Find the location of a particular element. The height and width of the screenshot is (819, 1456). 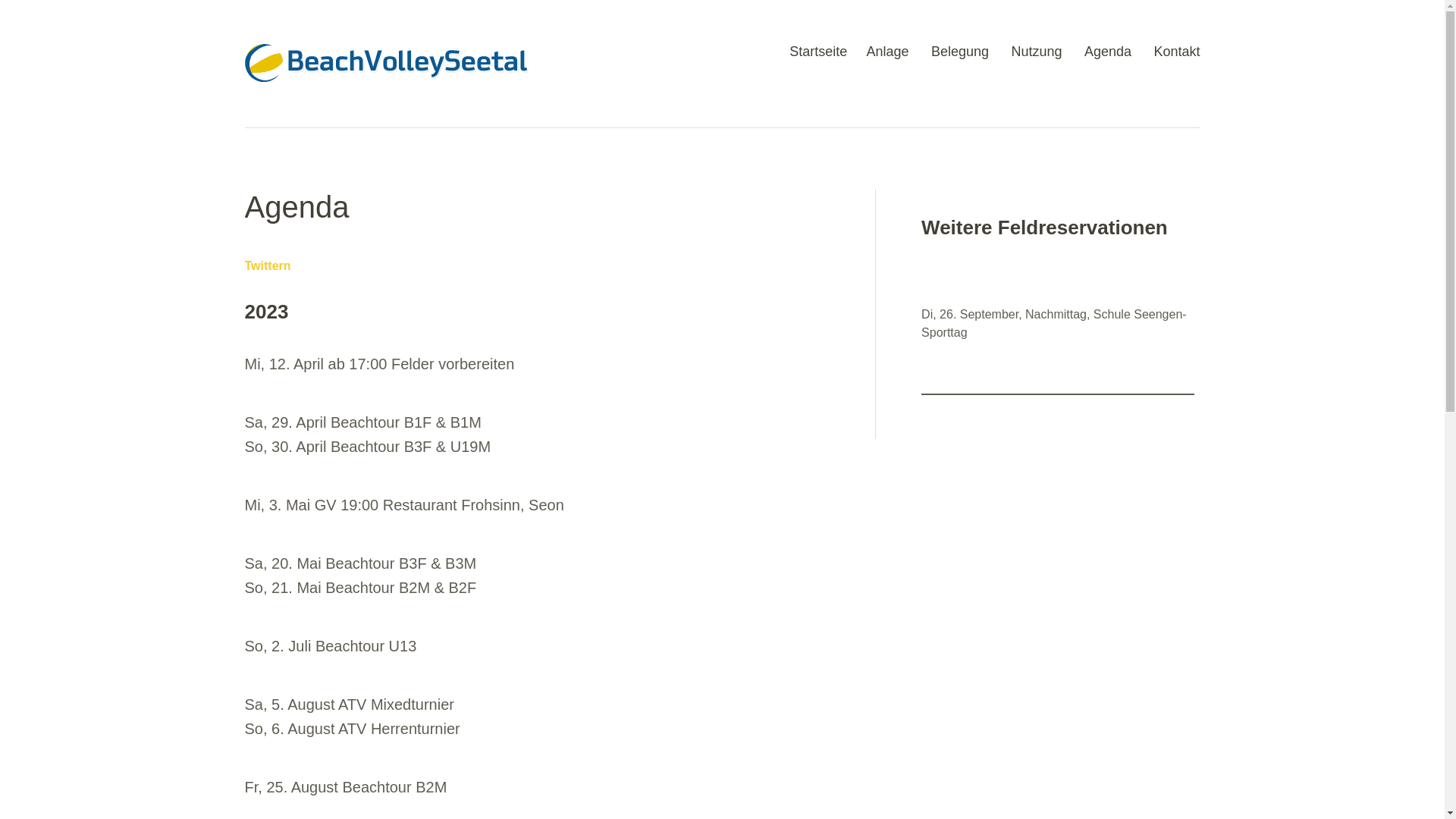

'Kontakt' is located at coordinates (1153, 58).